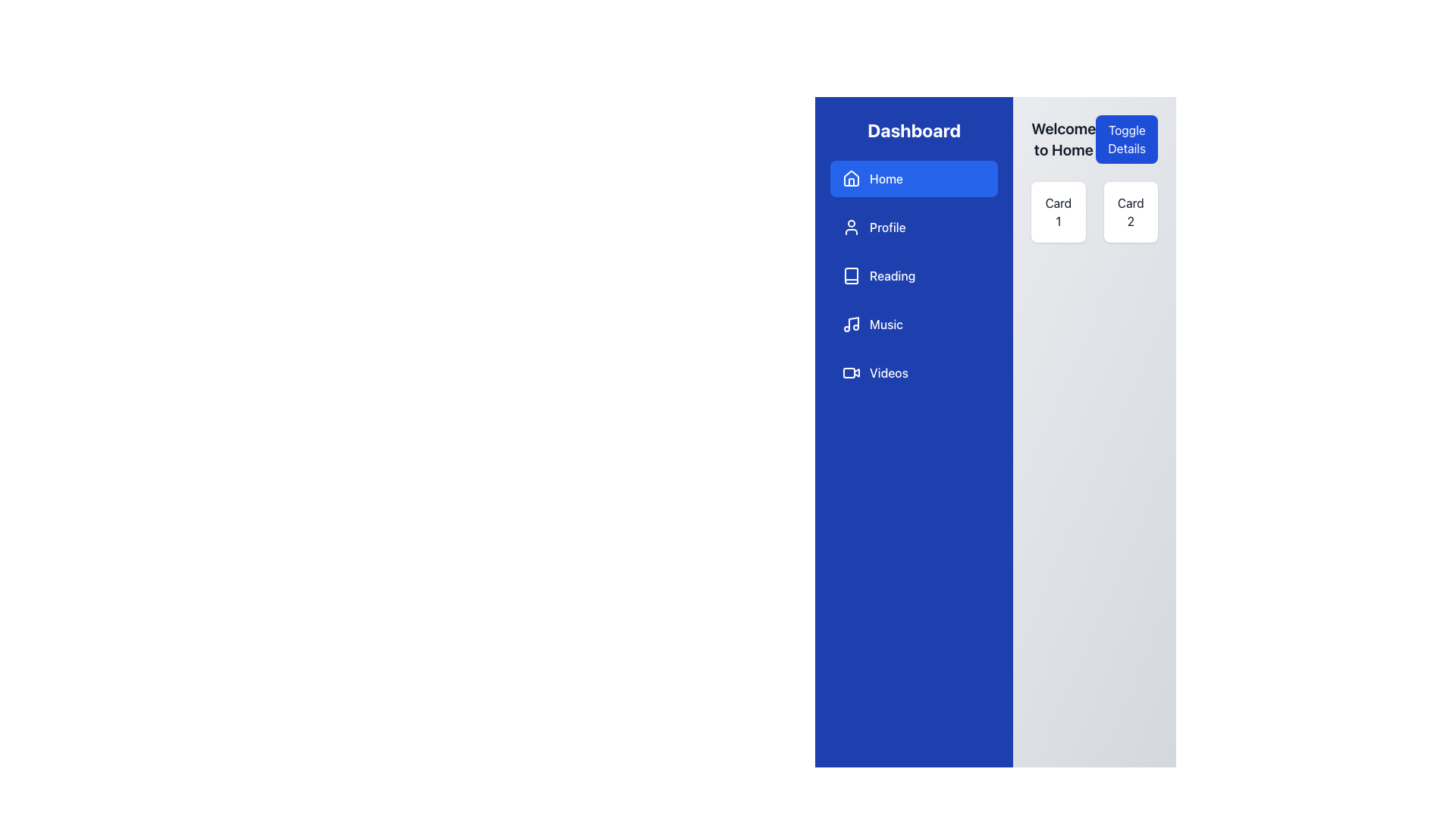 This screenshot has height=819, width=1456. I want to click on the fourth button in the vertical navigation menu on the left side, which links to music content or features, so click(913, 324).